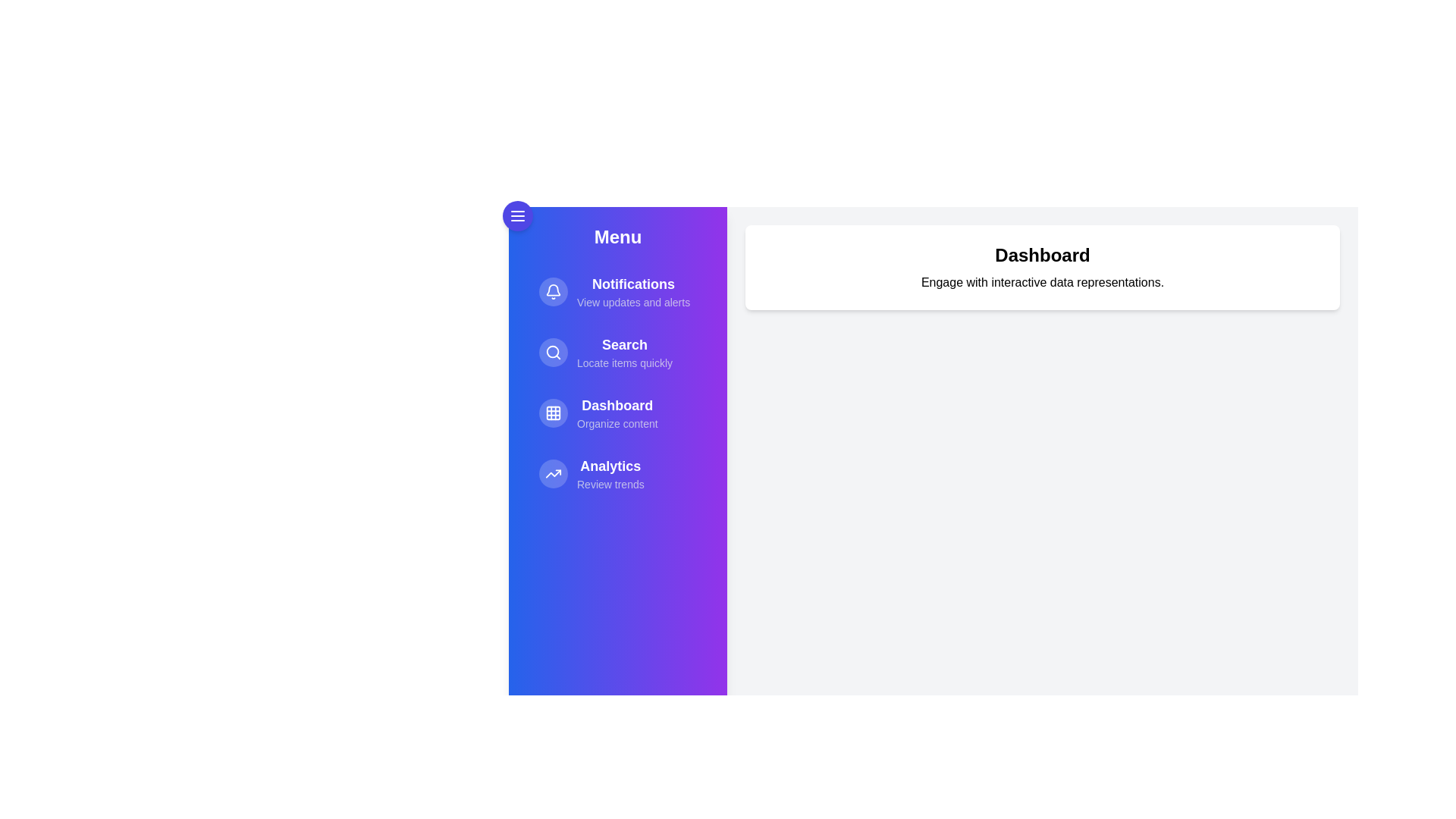  I want to click on the main dashboard content area, so click(1041, 617).